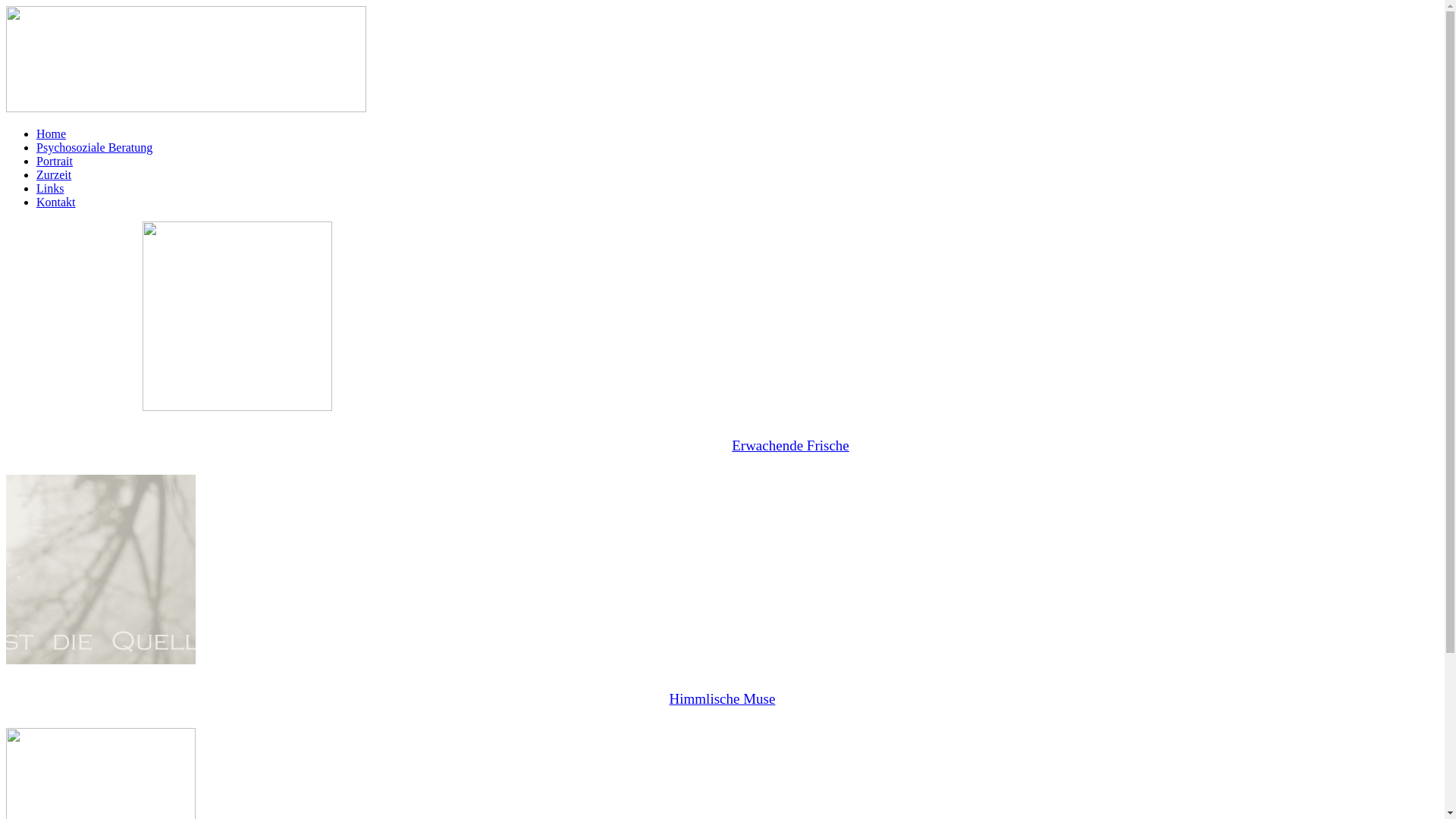  What do you see at coordinates (51, 133) in the screenshot?
I see `'Home'` at bounding box center [51, 133].